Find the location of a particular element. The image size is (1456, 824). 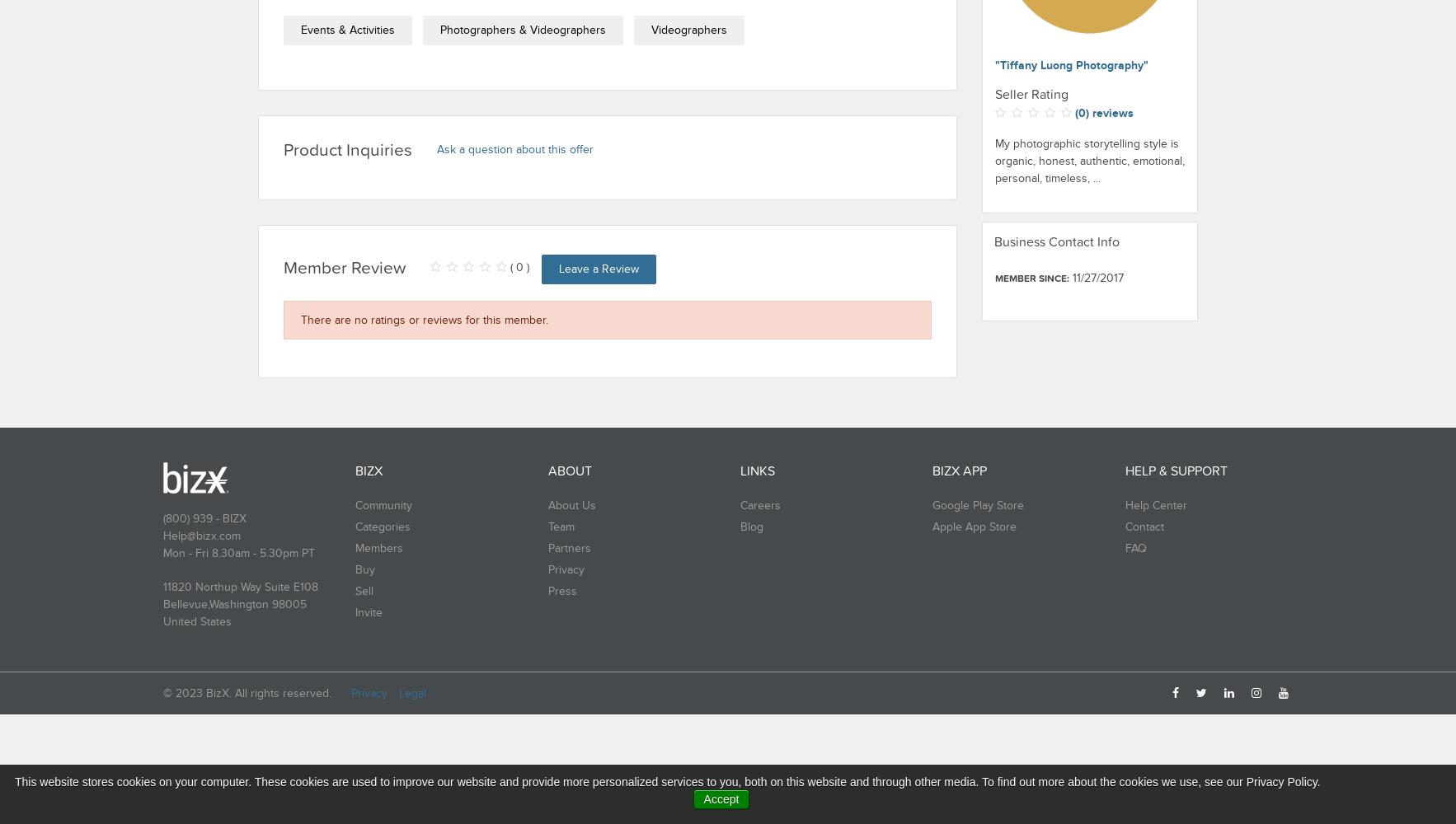

'Legal' is located at coordinates (412, 692).